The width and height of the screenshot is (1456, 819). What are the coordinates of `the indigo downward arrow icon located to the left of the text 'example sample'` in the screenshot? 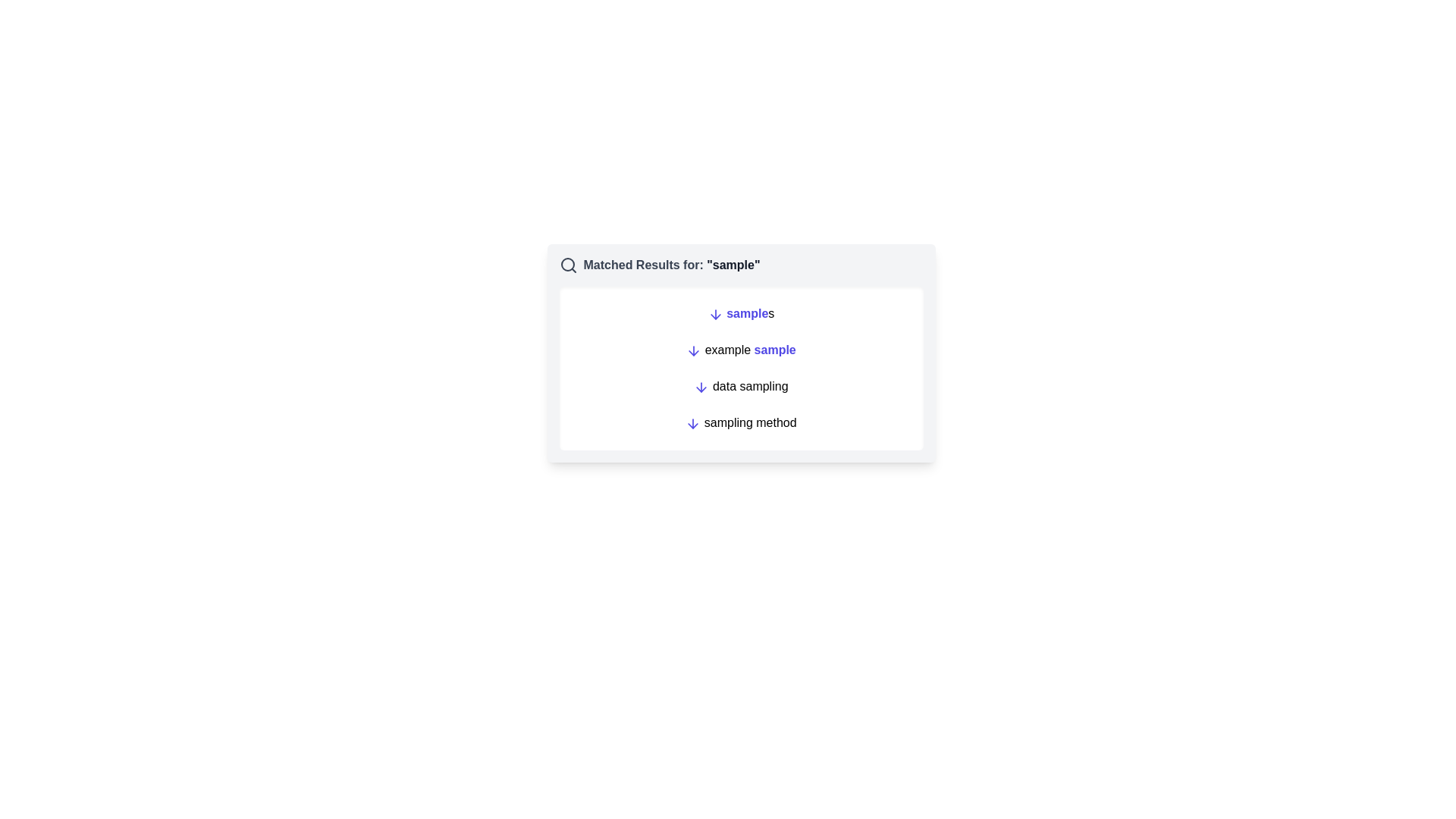 It's located at (693, 350).